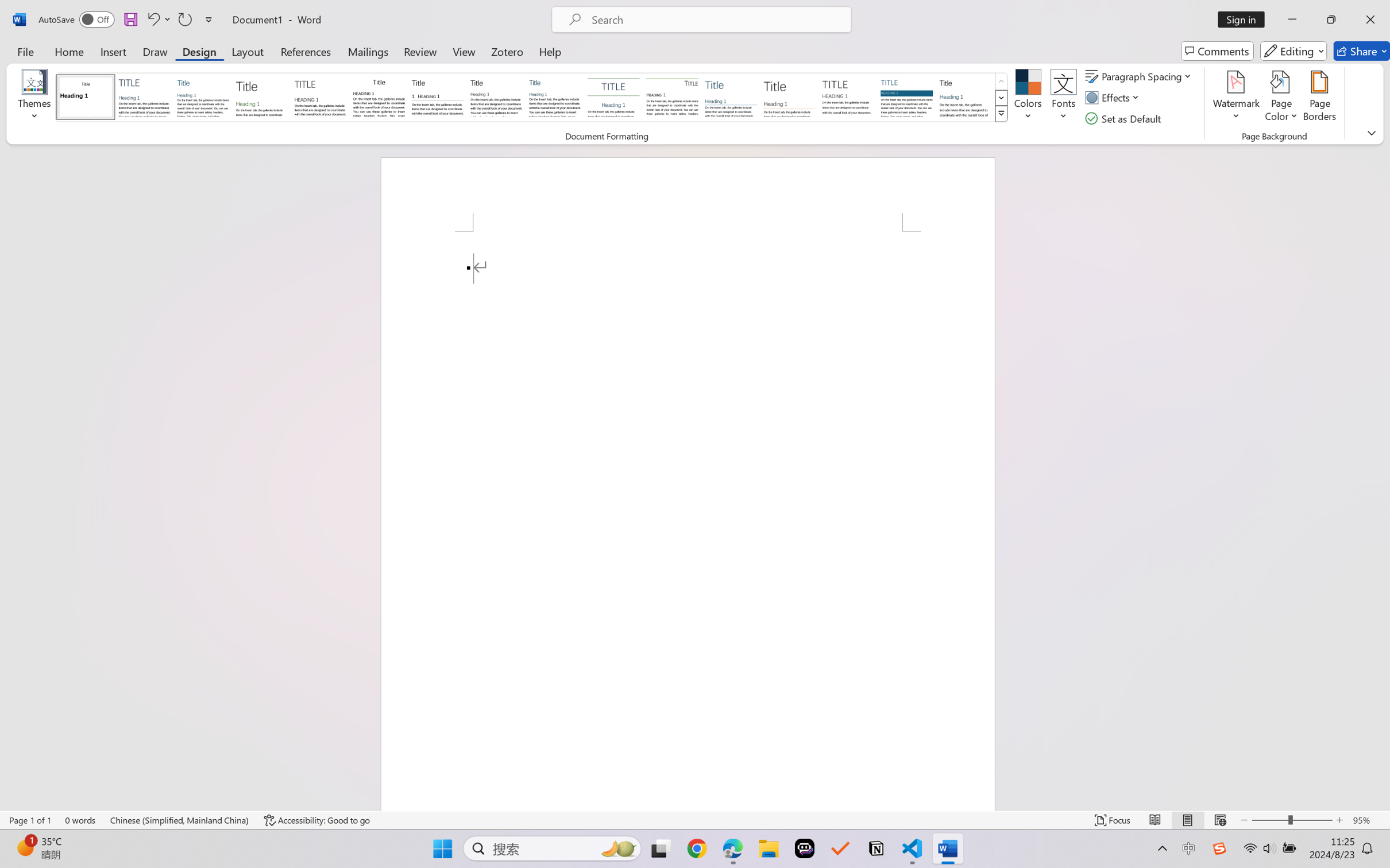  Describe the element at coordinates (152, 19) in the screenshot. I see `'Undo Apply Quick Style'` at that location.